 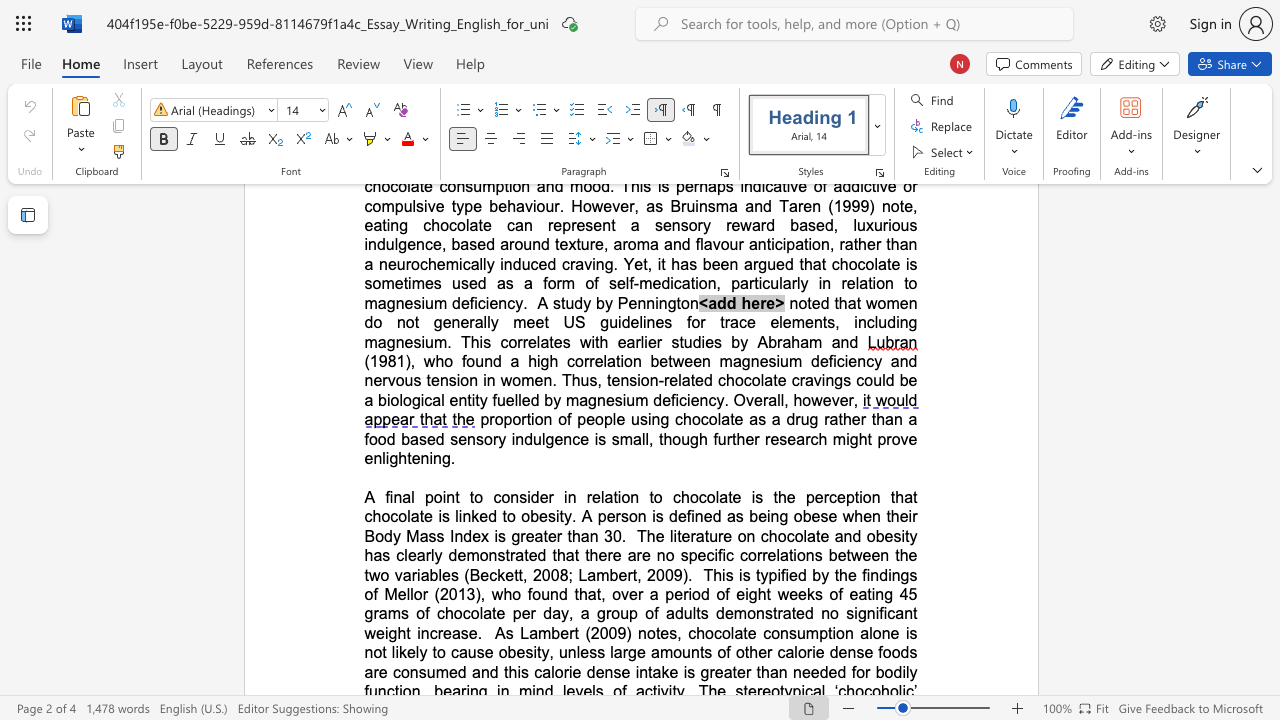 I want to click on the subset text "e and o" within the text "The literature on chocolate and obesity has clearly", so click(x=820, y=535).